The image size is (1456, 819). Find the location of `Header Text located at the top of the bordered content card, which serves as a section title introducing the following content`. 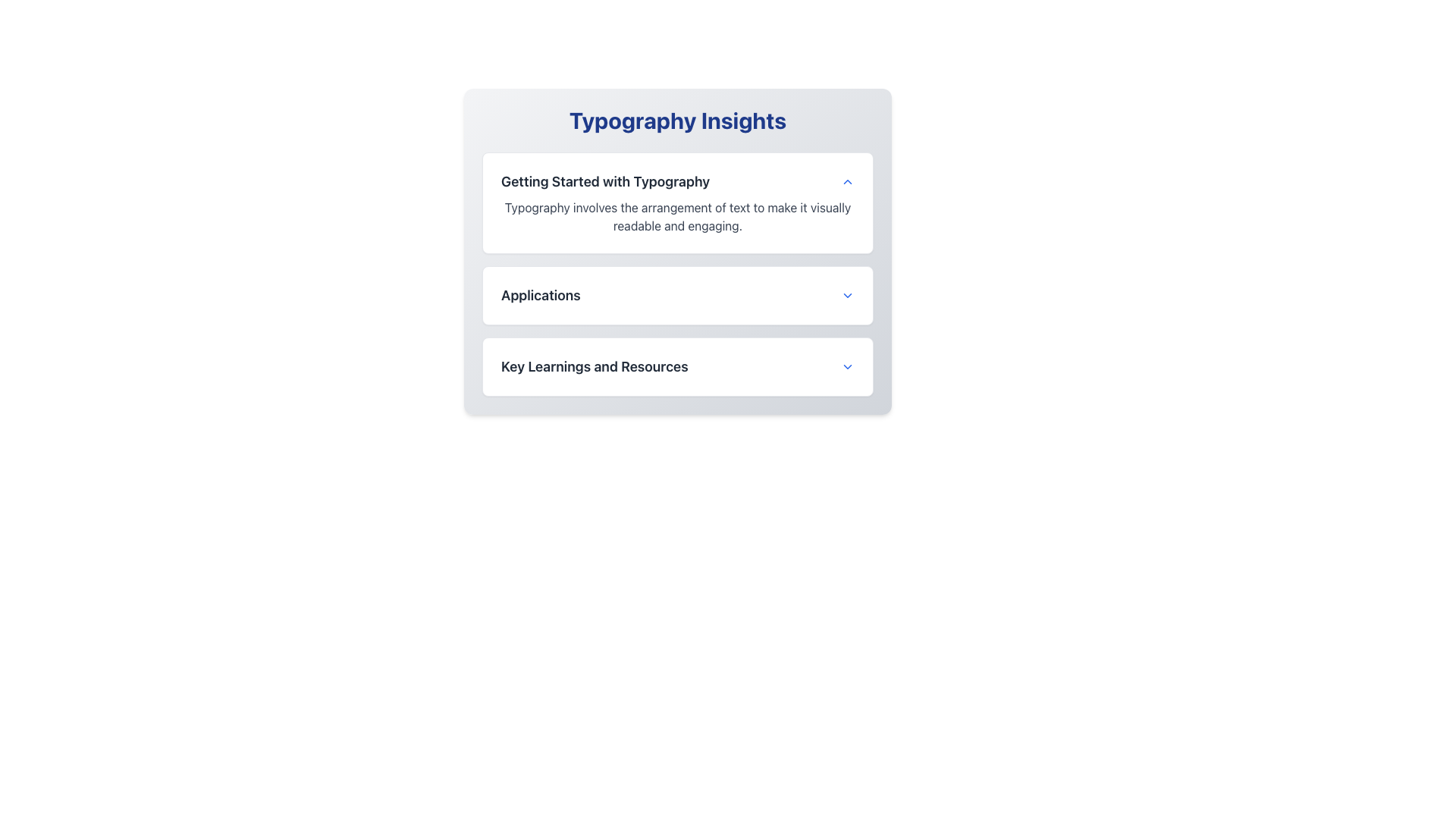

Header Text located at the top of the bordered content card, which serves as a section title introducing the following content is located at coordinates (676, 180).